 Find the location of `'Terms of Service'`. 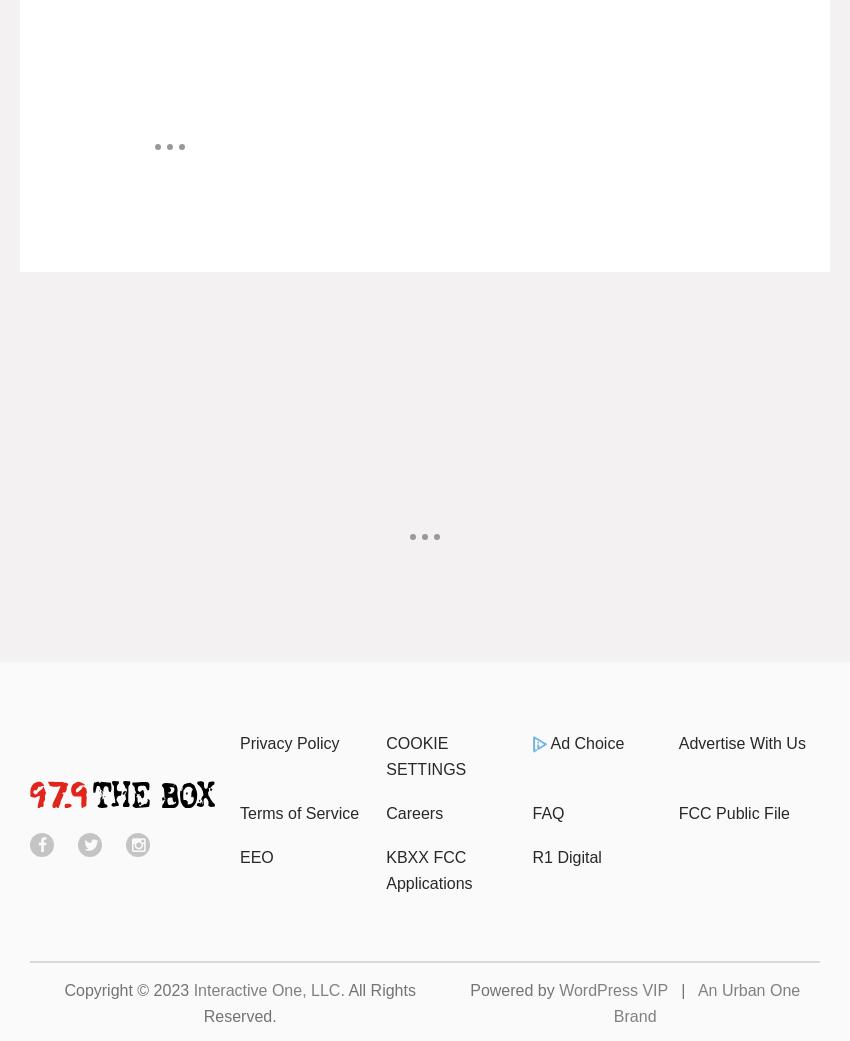

'Terms of Service' is located at coordinates (299, 812).